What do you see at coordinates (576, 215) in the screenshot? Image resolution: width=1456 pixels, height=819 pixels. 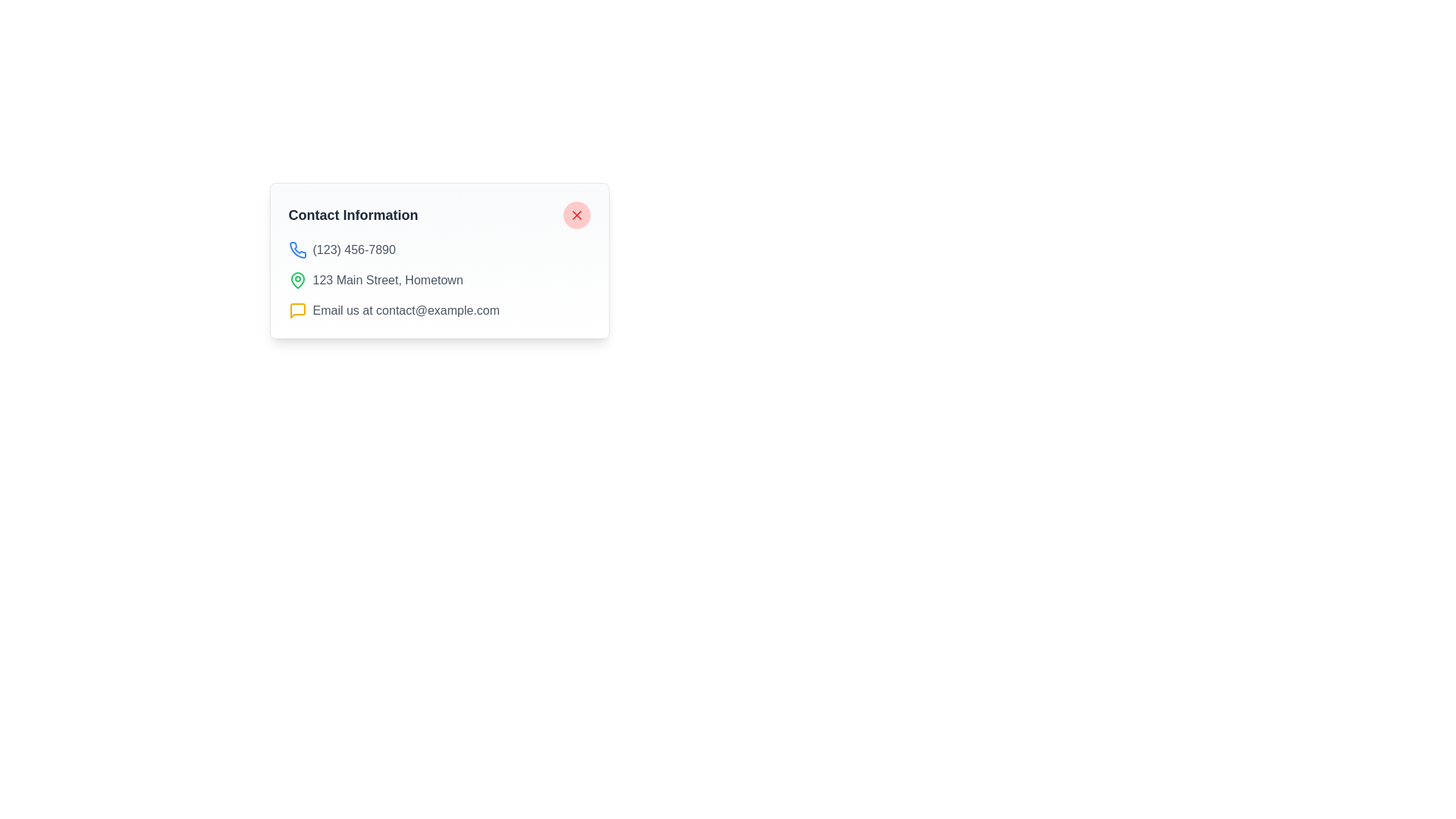 I see `the close button located at the top right corner of the contact information card` at bounding box center [576, 215].